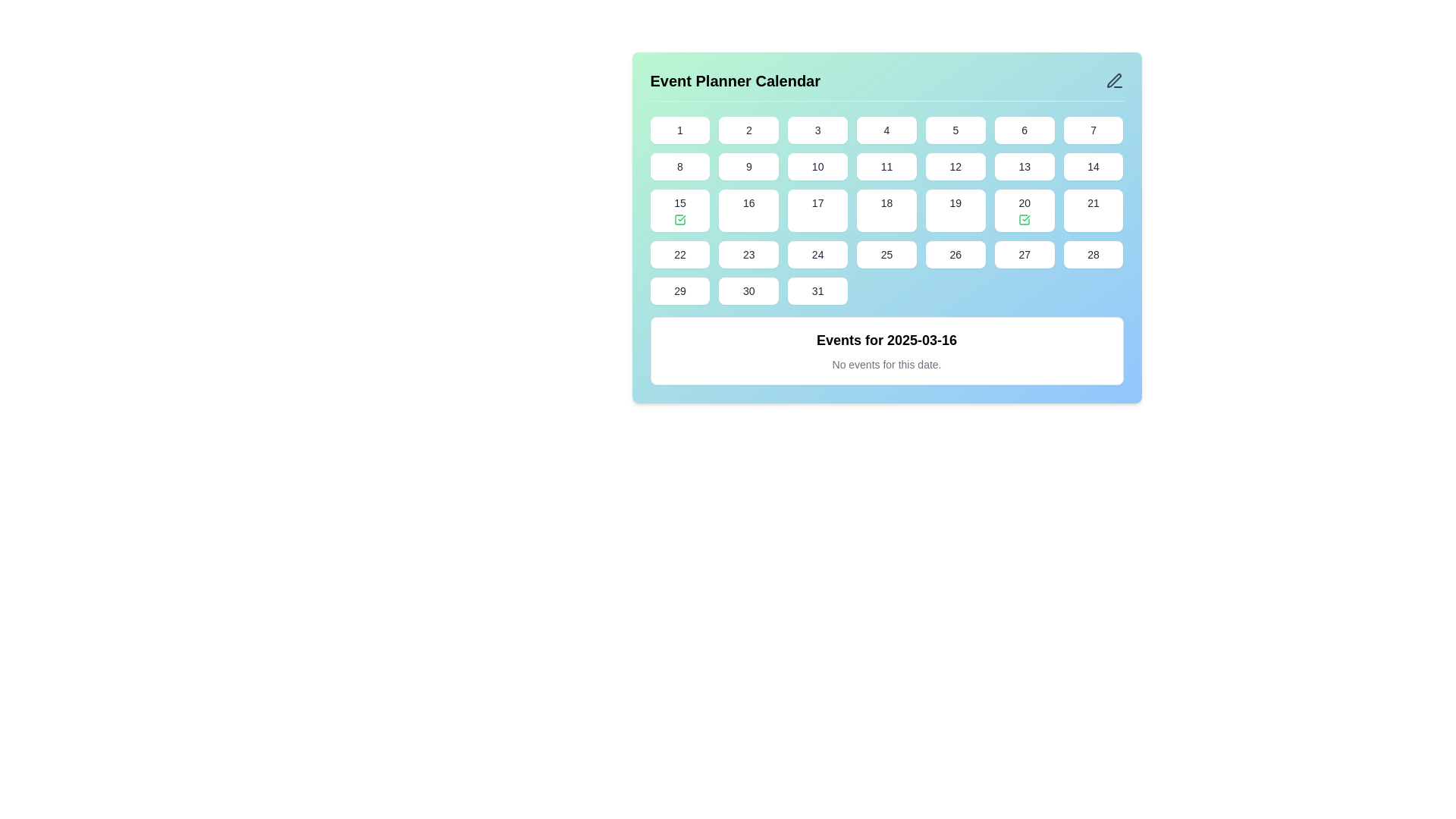 This screenshot has height=819, width=1456. What do you see at coordinates (817, 166) in the screenshot?
I see `the button representing the 10th day of the month in the calendar` at bounding box center [817, 166].